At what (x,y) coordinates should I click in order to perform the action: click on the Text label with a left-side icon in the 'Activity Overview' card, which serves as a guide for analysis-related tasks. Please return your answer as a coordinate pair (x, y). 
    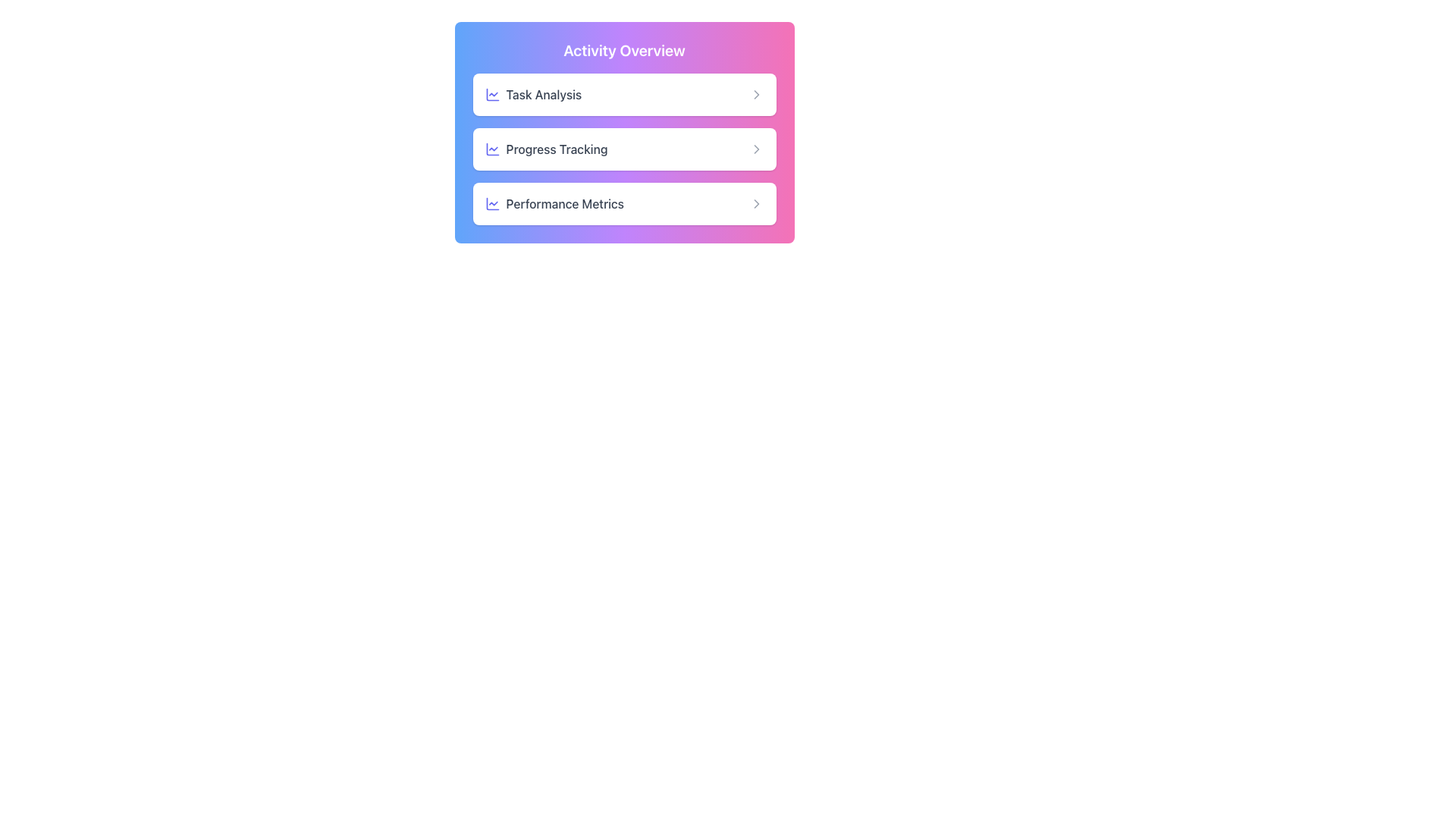
    Looking at the image, I should click on (533, 94).